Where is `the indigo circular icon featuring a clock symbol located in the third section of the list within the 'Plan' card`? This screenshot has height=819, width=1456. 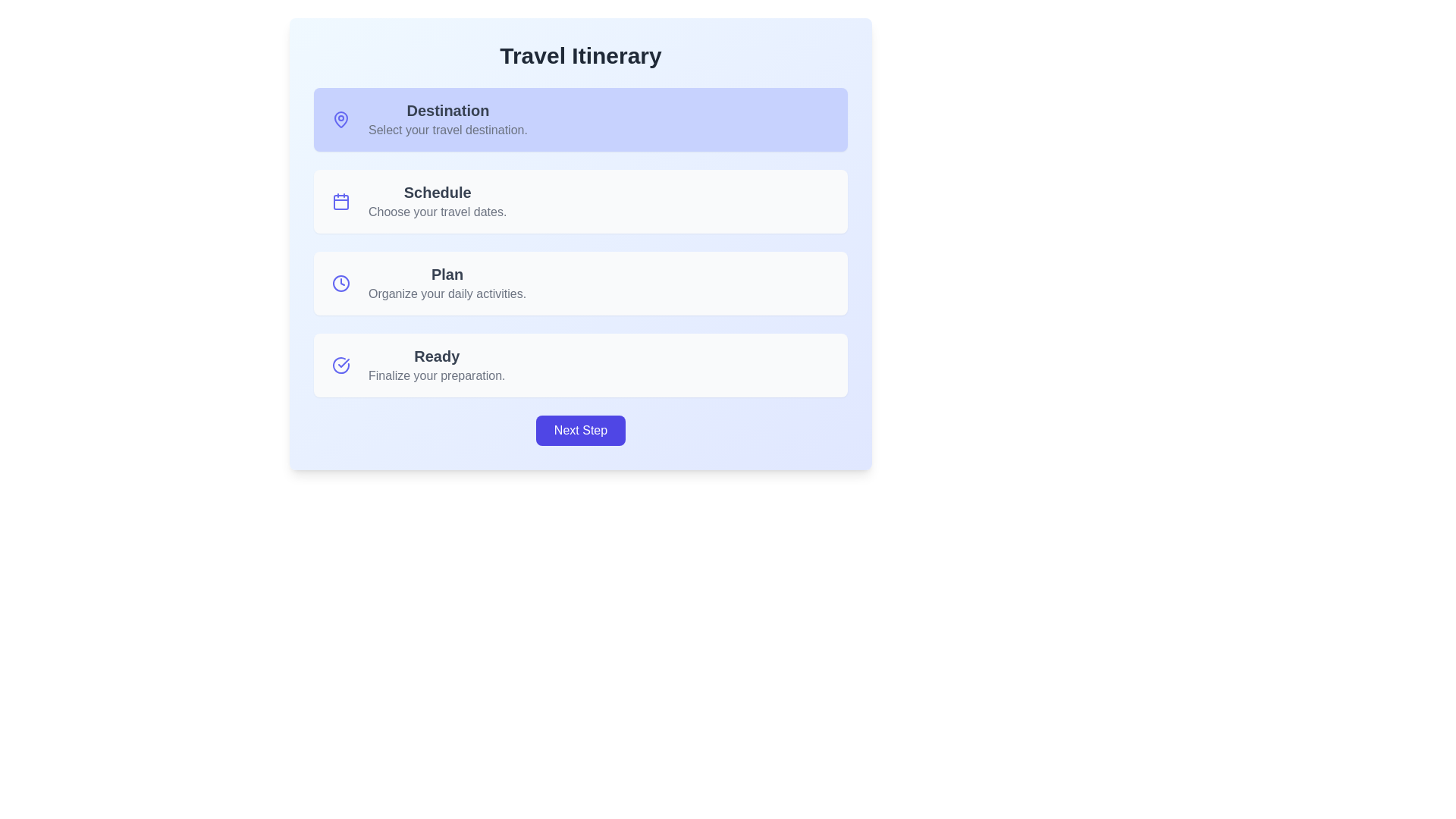
the indigo circular icon featuring a clock symbol located in the third section of the list within the 'Plan' card is located at coordinates (340, 284).